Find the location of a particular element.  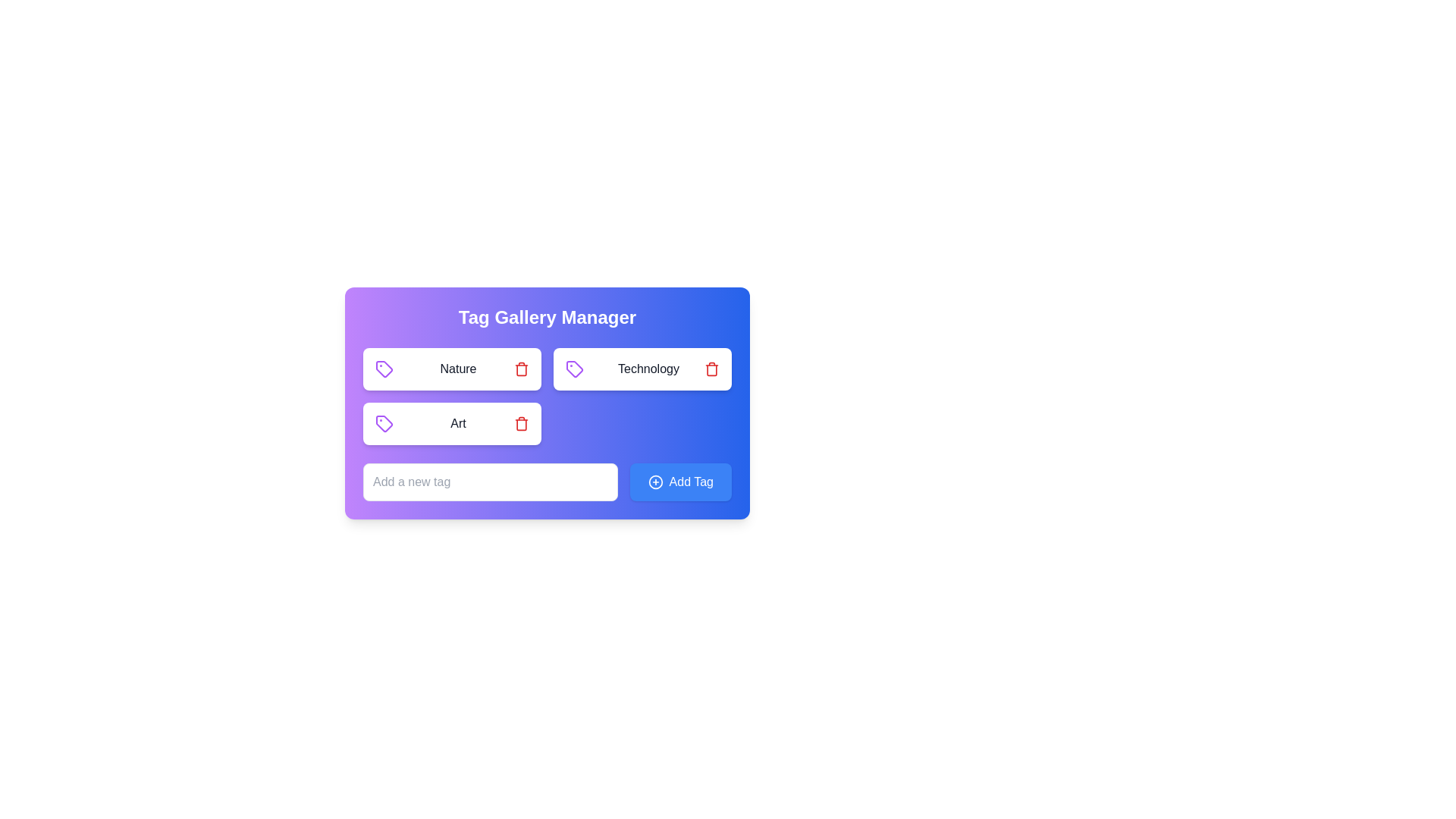

the text label 'Art' which is the second card in the vertical stack within the 'Tag Gallery Manager' section is located at coordinates (457, 424).